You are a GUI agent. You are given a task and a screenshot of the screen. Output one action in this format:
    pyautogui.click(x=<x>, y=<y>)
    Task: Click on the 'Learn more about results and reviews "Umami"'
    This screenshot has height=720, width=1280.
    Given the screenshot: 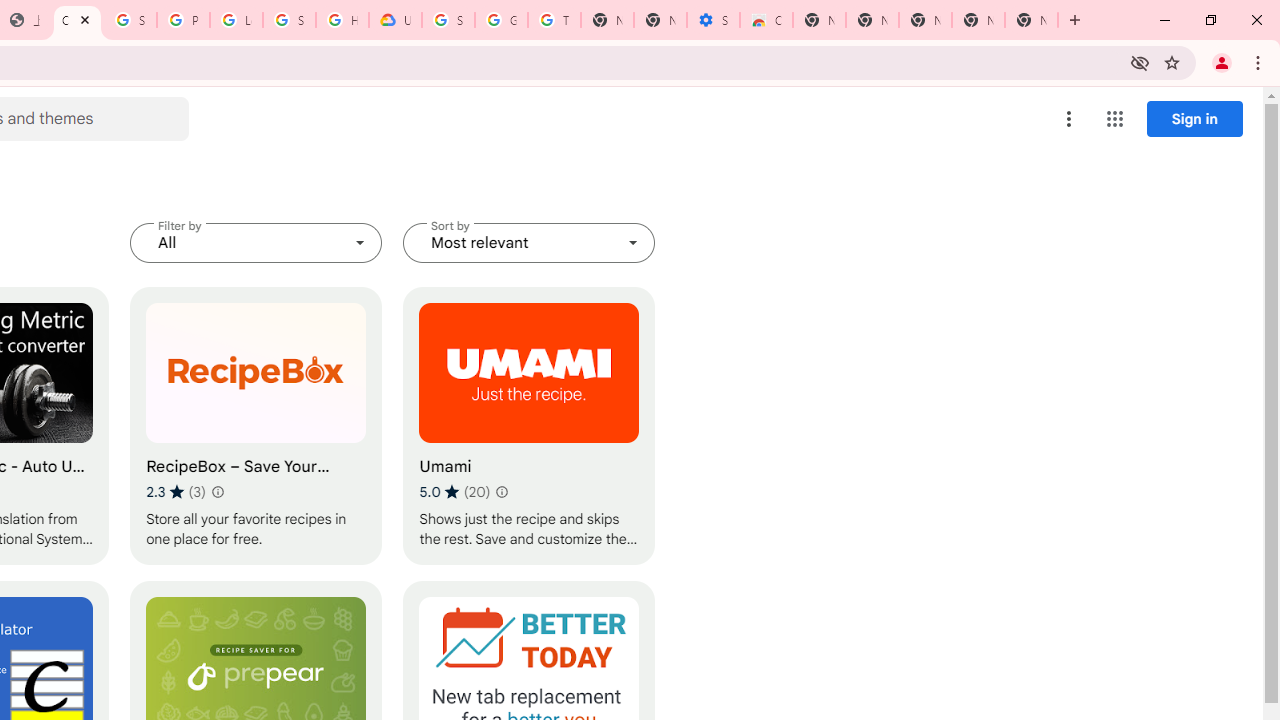 What is the action you would take?
    pyautogui.click(x=502, y=492)
    